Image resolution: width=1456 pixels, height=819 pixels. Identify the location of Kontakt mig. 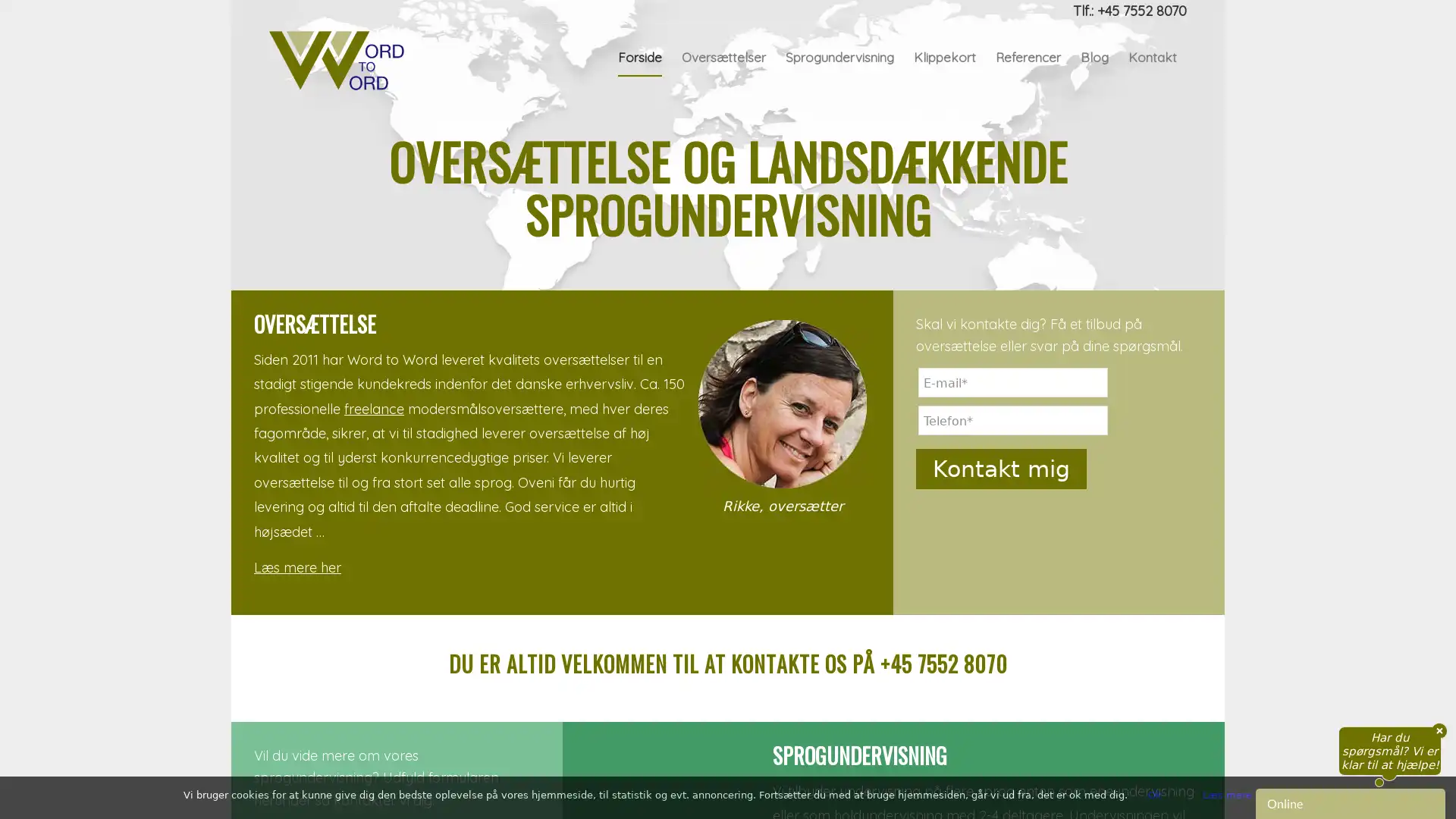
(1001, 669).